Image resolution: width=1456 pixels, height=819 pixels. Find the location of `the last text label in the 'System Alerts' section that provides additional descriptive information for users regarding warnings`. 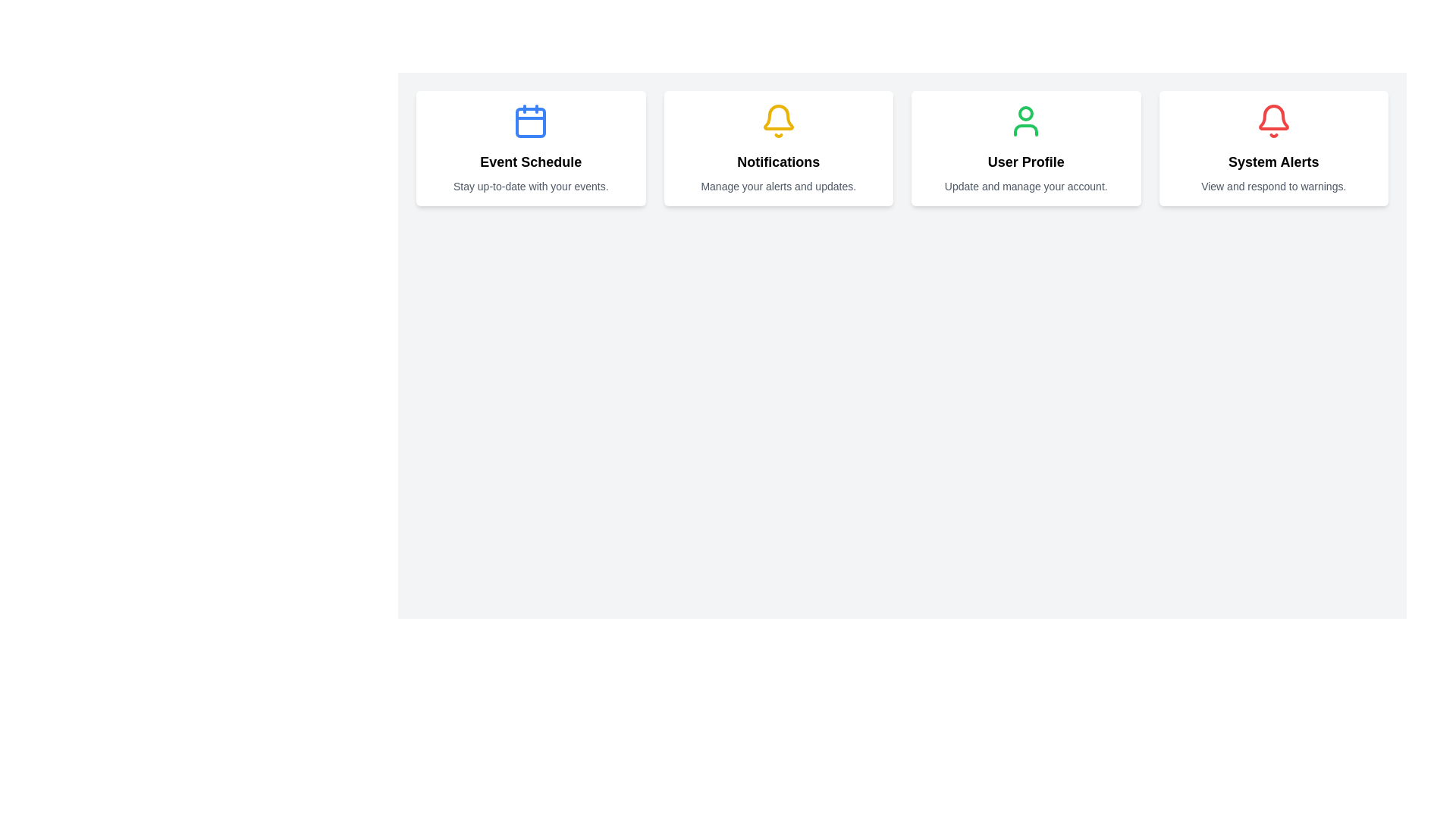

the last text label in the 'System Alerts' section that provides additional descriptive information for users regarding warnings is located at coordinates (1273, 186).